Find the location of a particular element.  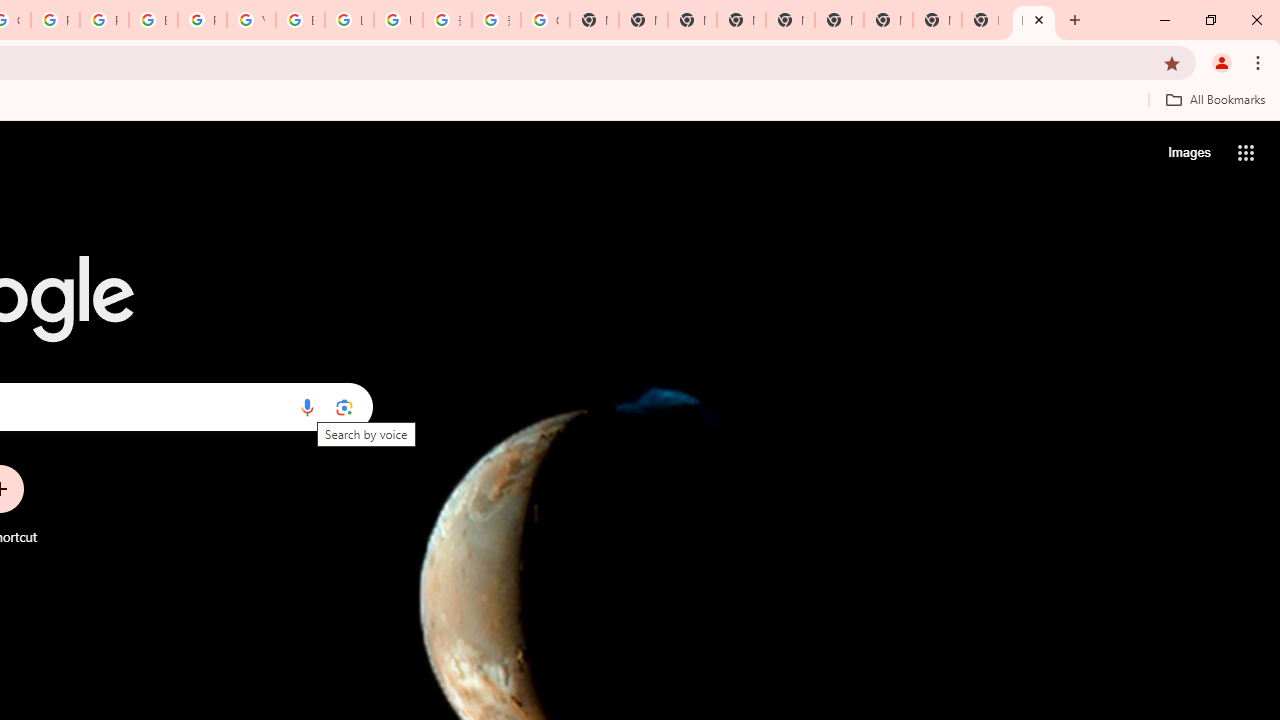

'New Tab' is located at coordinates (1034, 20).